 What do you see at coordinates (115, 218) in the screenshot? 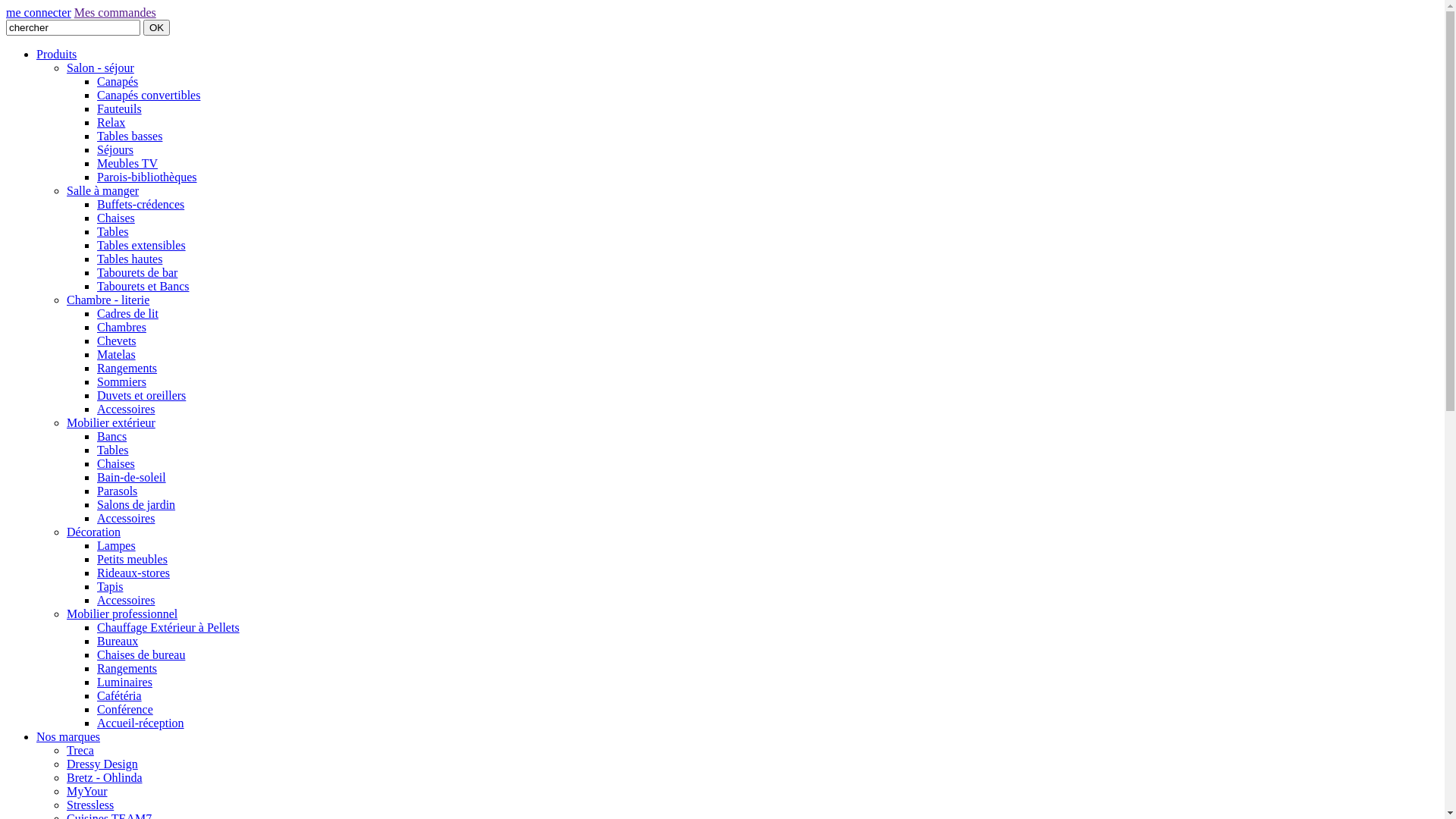
I see `'Chaises'` at bounding box center [115, 218].